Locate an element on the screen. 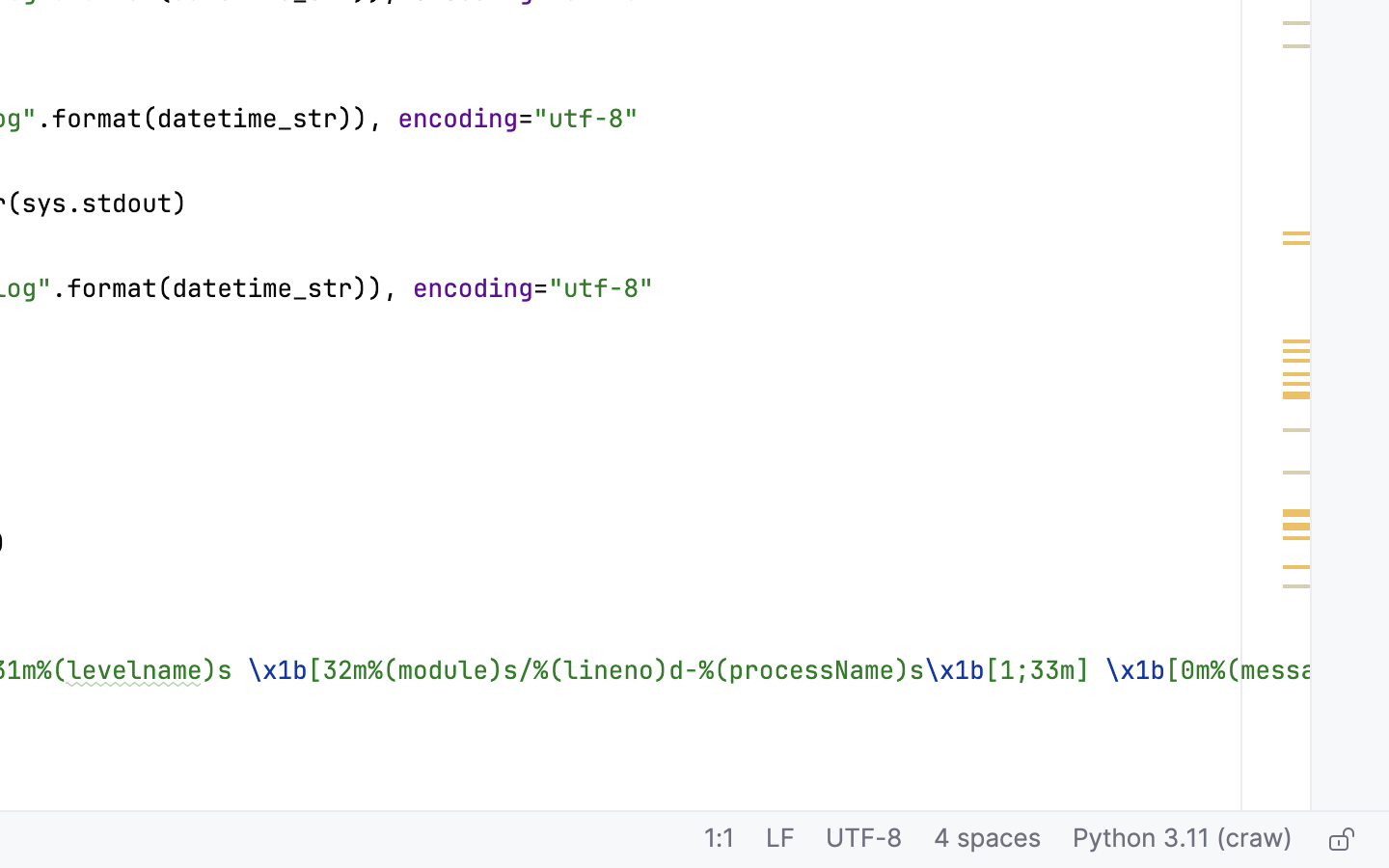 Image resolution: width=1389 pixels, height=868 pixels. 'Make file read-only' is located at coordinates (1339, 840).